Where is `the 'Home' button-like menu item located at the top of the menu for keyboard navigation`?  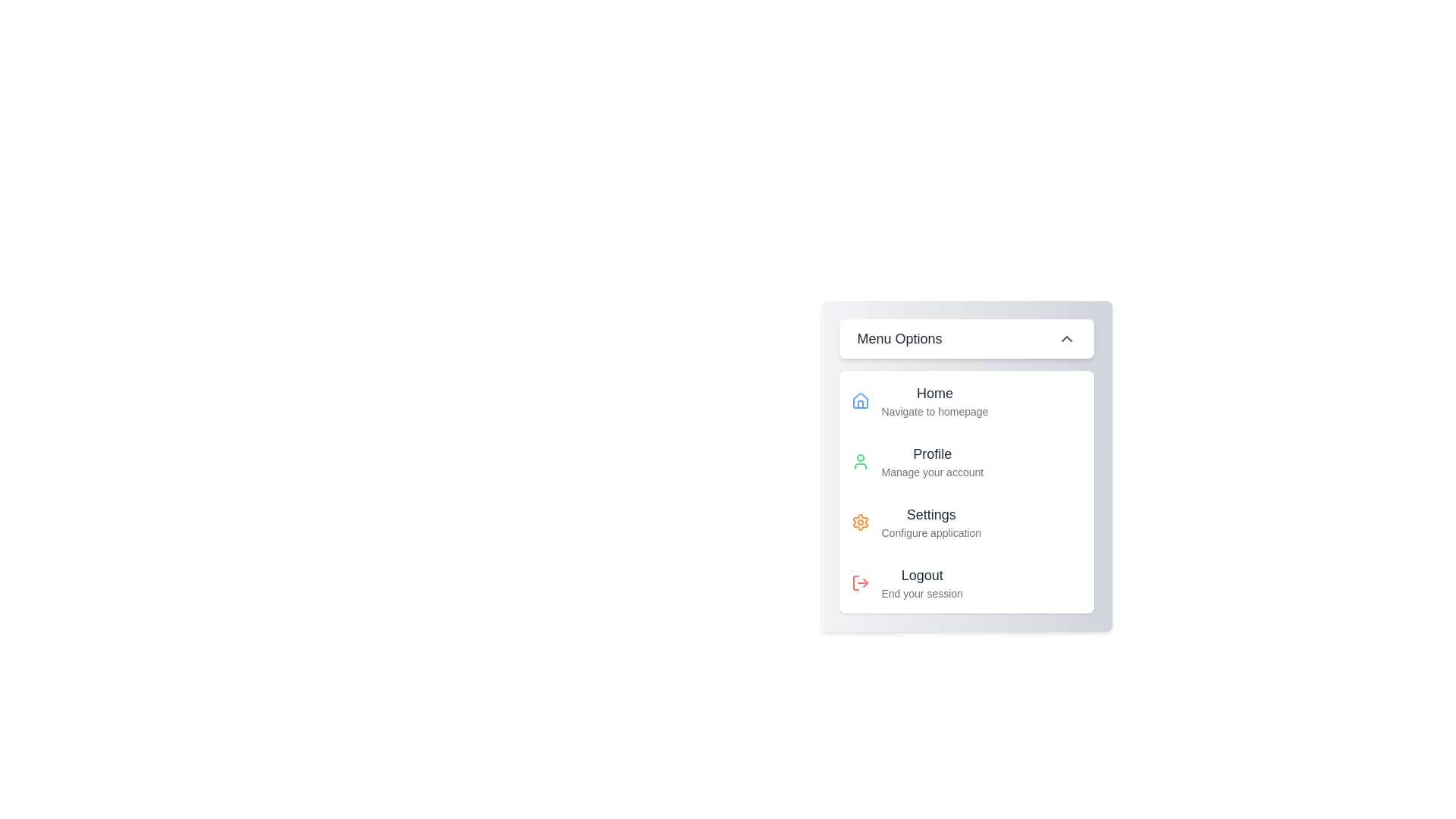
the 'Home' button-like menu item located at the top of the menu for keyboard navigation is located at coordinates (965, 400).